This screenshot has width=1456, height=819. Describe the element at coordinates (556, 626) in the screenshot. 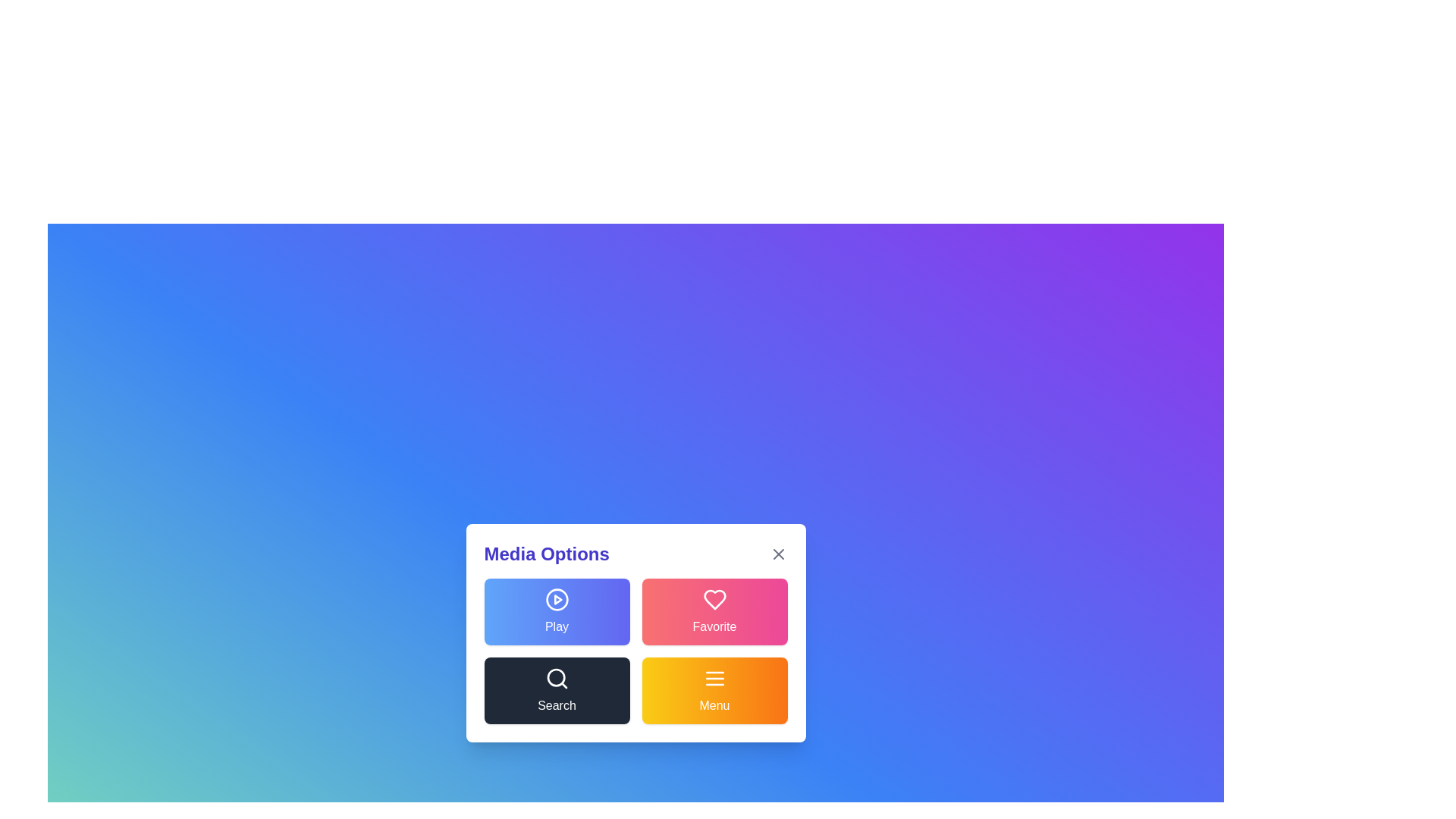

I see `the text label that describes the action of the play media button located in the top-left position of the Media Options menu` at that location.